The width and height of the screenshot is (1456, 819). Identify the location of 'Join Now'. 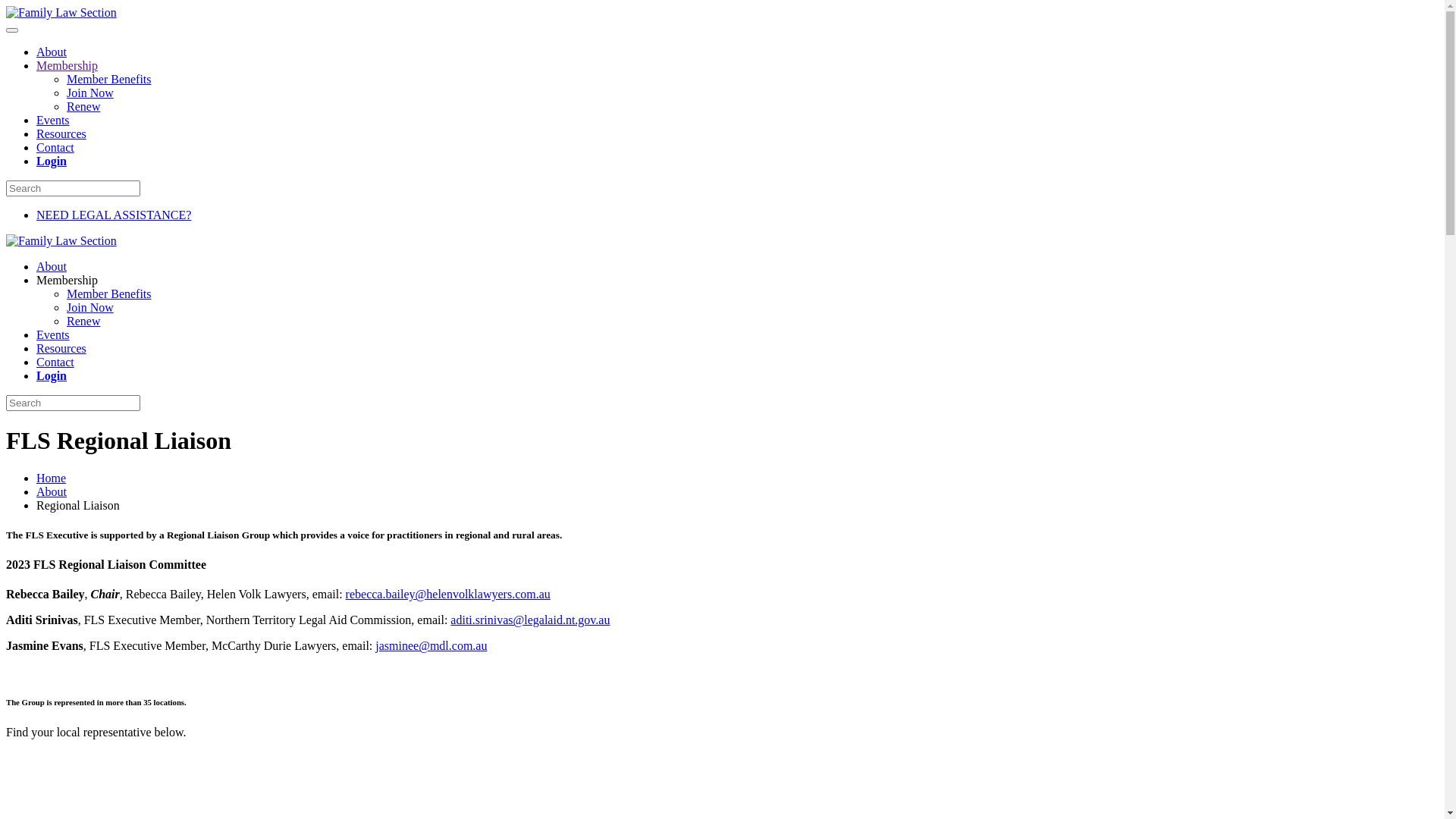
(89, 307).